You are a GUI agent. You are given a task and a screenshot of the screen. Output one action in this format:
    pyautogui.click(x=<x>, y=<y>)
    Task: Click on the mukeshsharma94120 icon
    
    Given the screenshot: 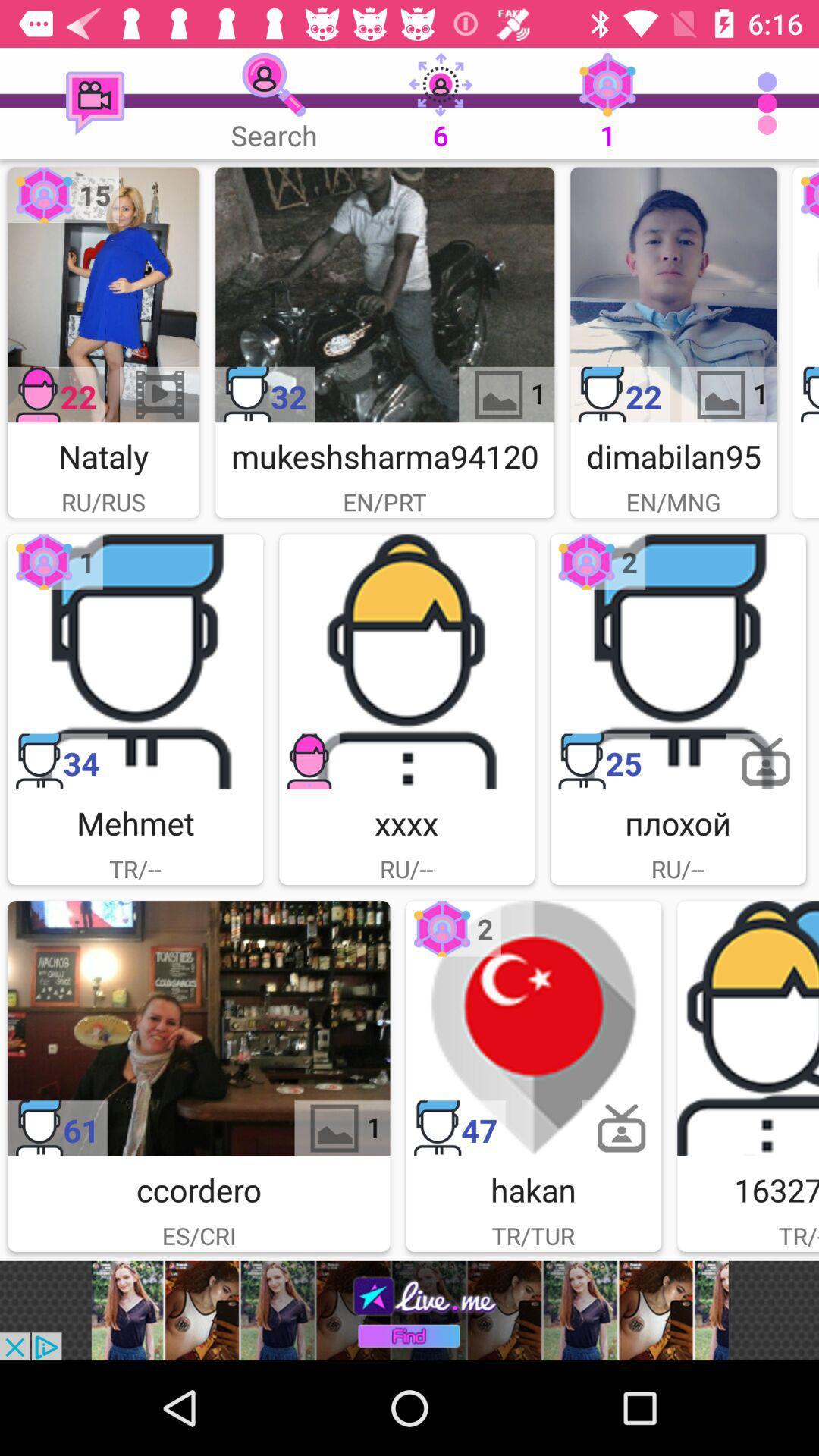 What is the action you would take?
    pyautogui.click(x=384, y=294)
    